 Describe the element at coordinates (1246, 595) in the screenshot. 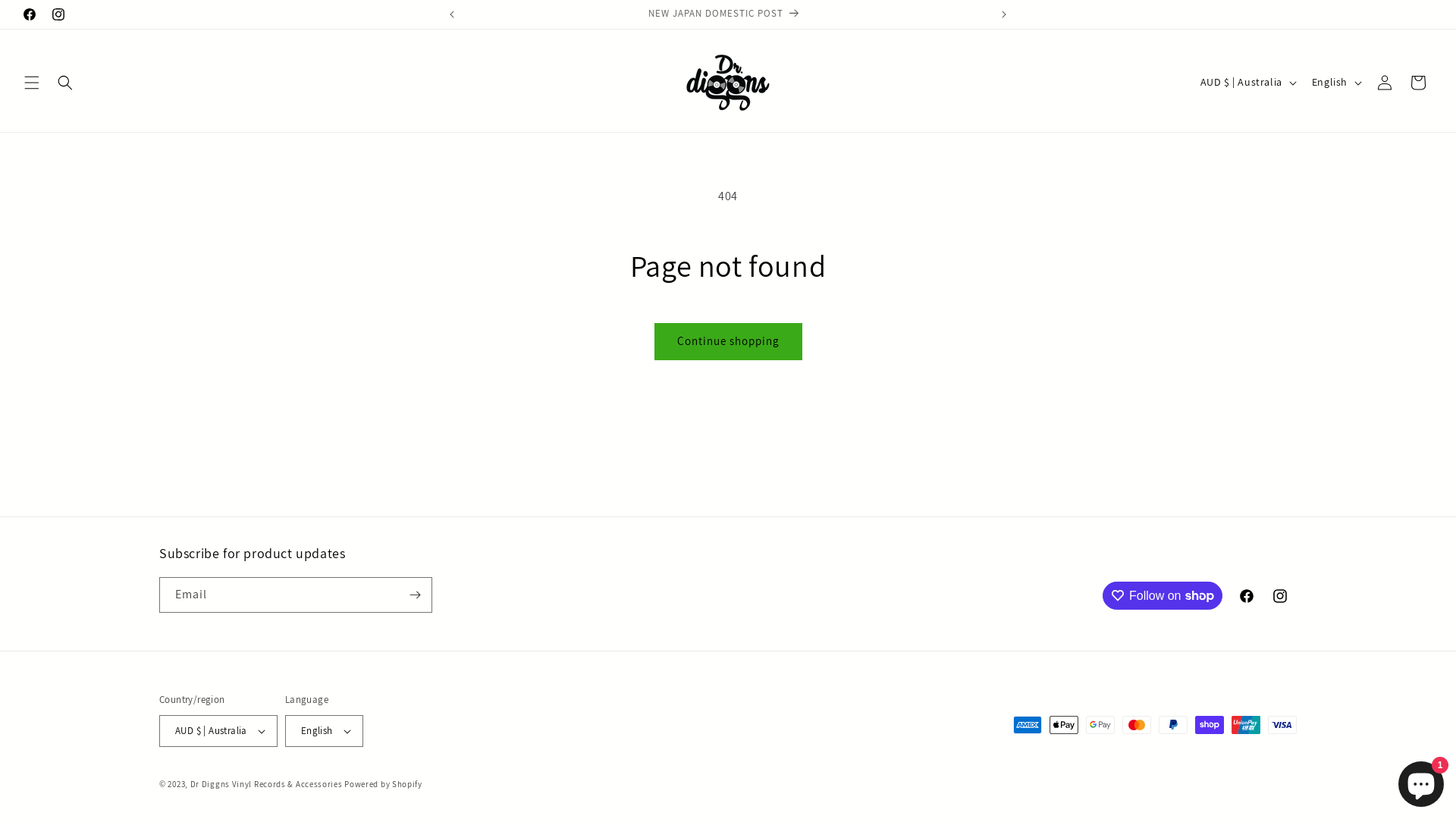

I see `'Facebook'` at that location.